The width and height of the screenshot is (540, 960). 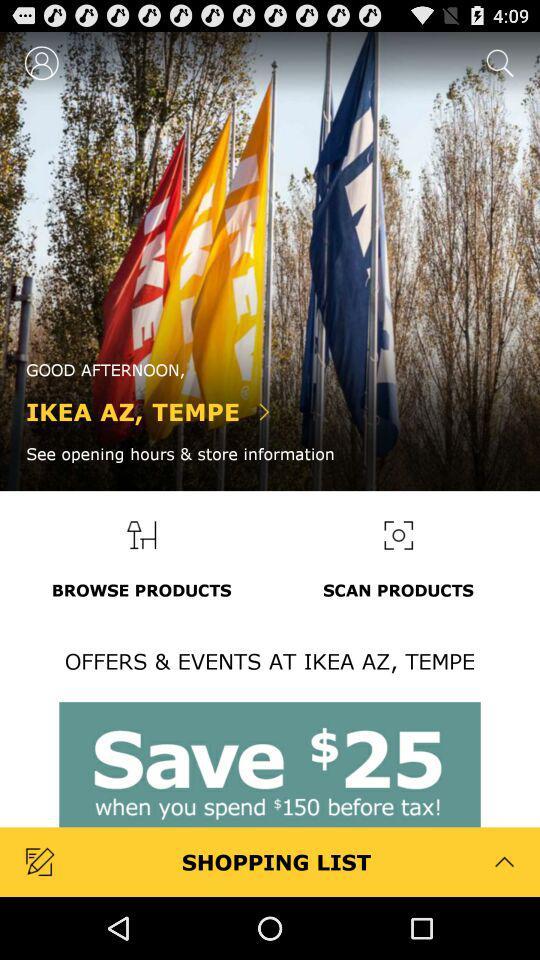 What do you see at coordinates (42, 62) in the screenshot?
I see `the icon at the top left corner` at bounding box center [42, 62].